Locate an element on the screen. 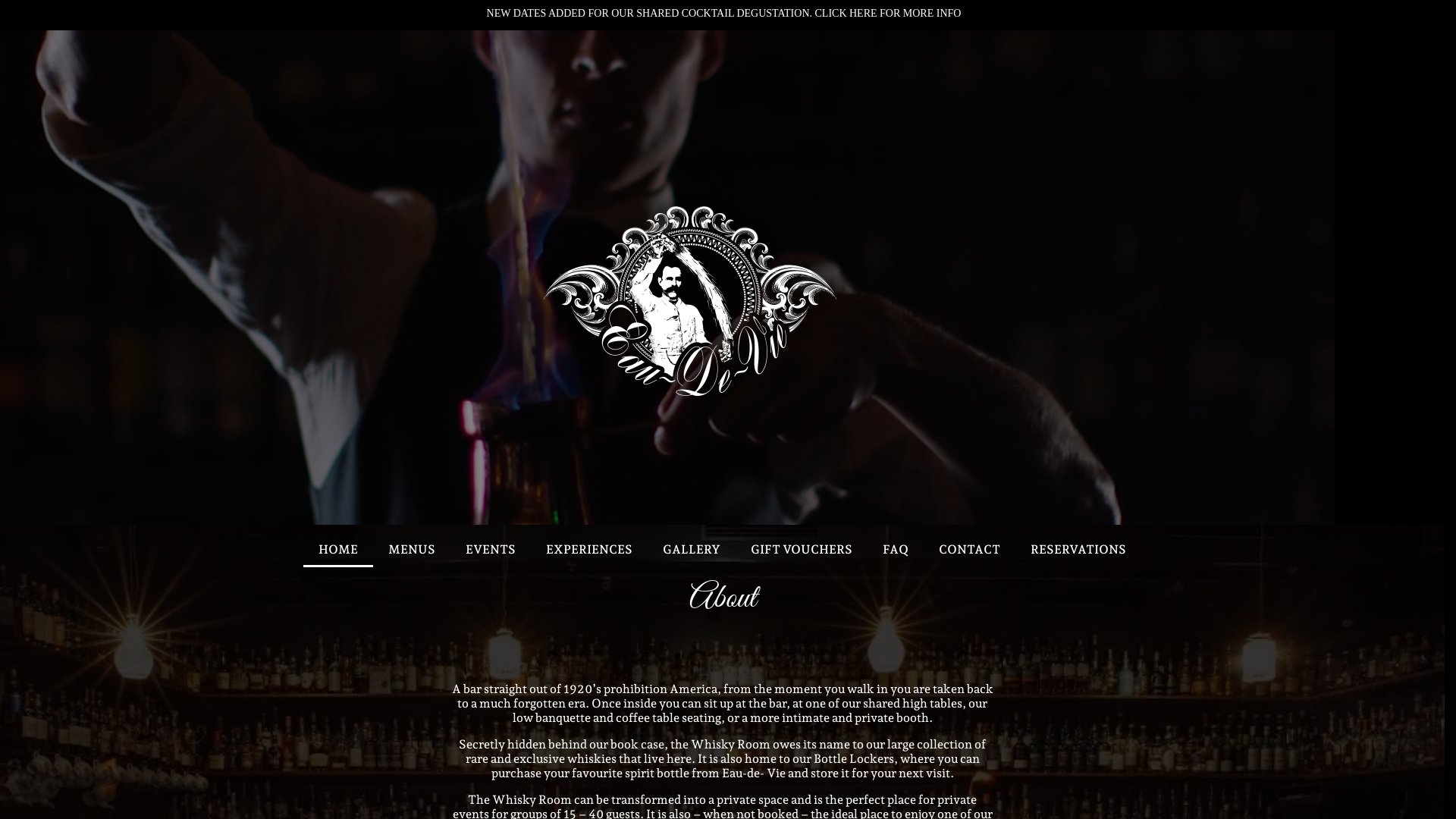  'GALLERY' is located at coordinates (691, 550).